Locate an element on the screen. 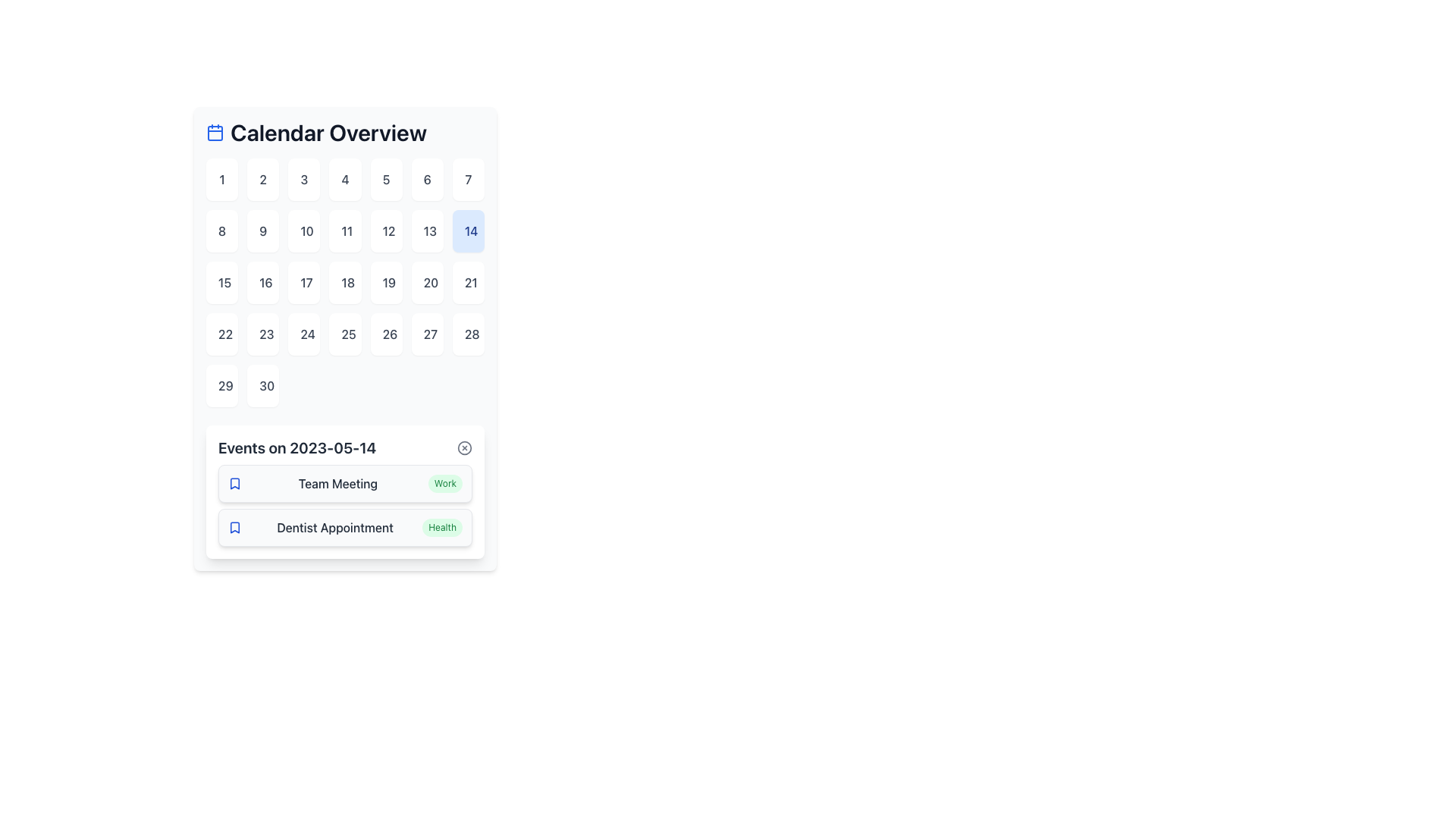 Image resolution: width=1456 pixels, height=819 pixels. the button representing the 10th day in the calendar view is located at coordinates (303, 231).